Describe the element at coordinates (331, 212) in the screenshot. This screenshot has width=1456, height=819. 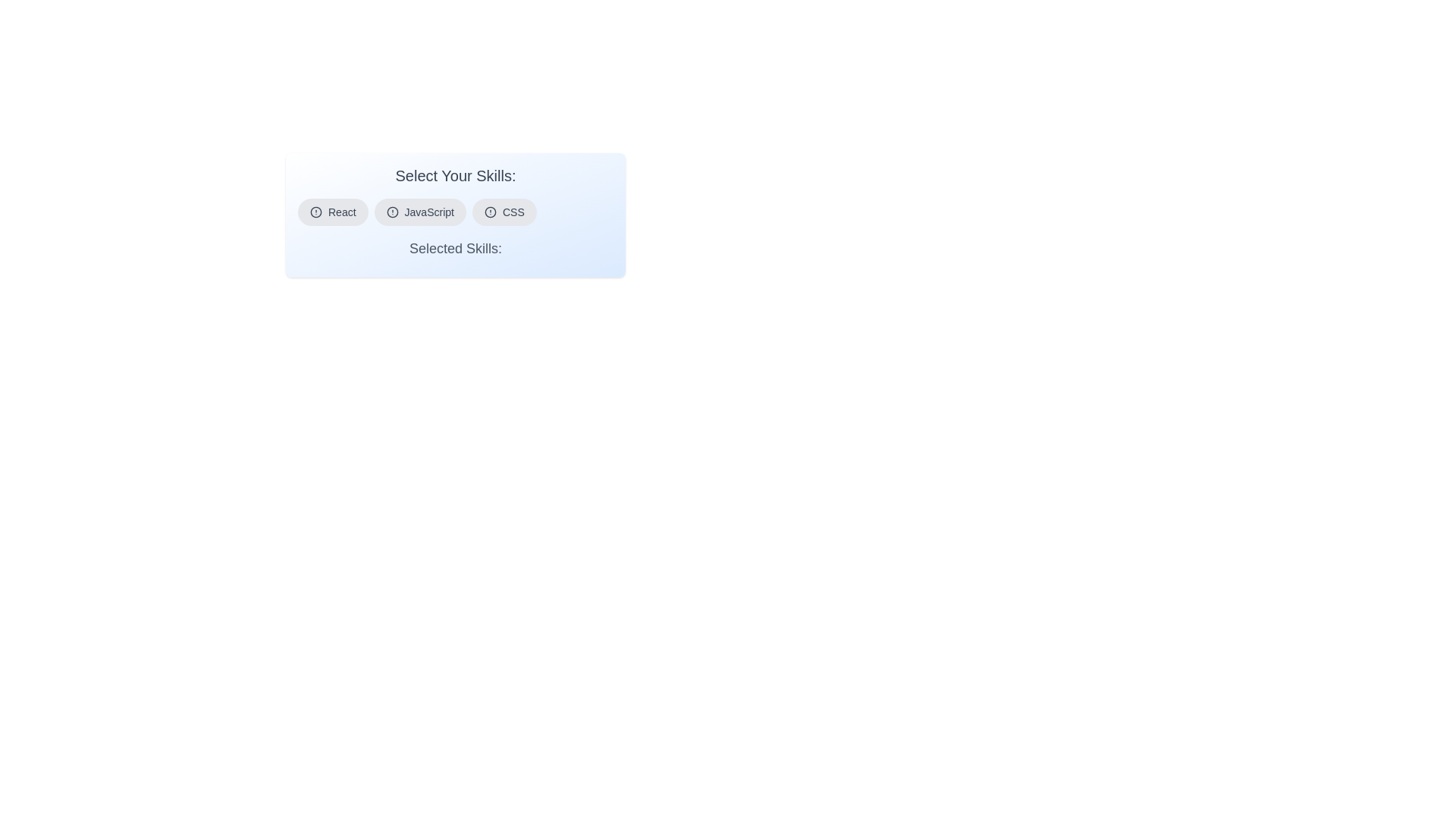
I see `the skill chip labeled React` at that location.